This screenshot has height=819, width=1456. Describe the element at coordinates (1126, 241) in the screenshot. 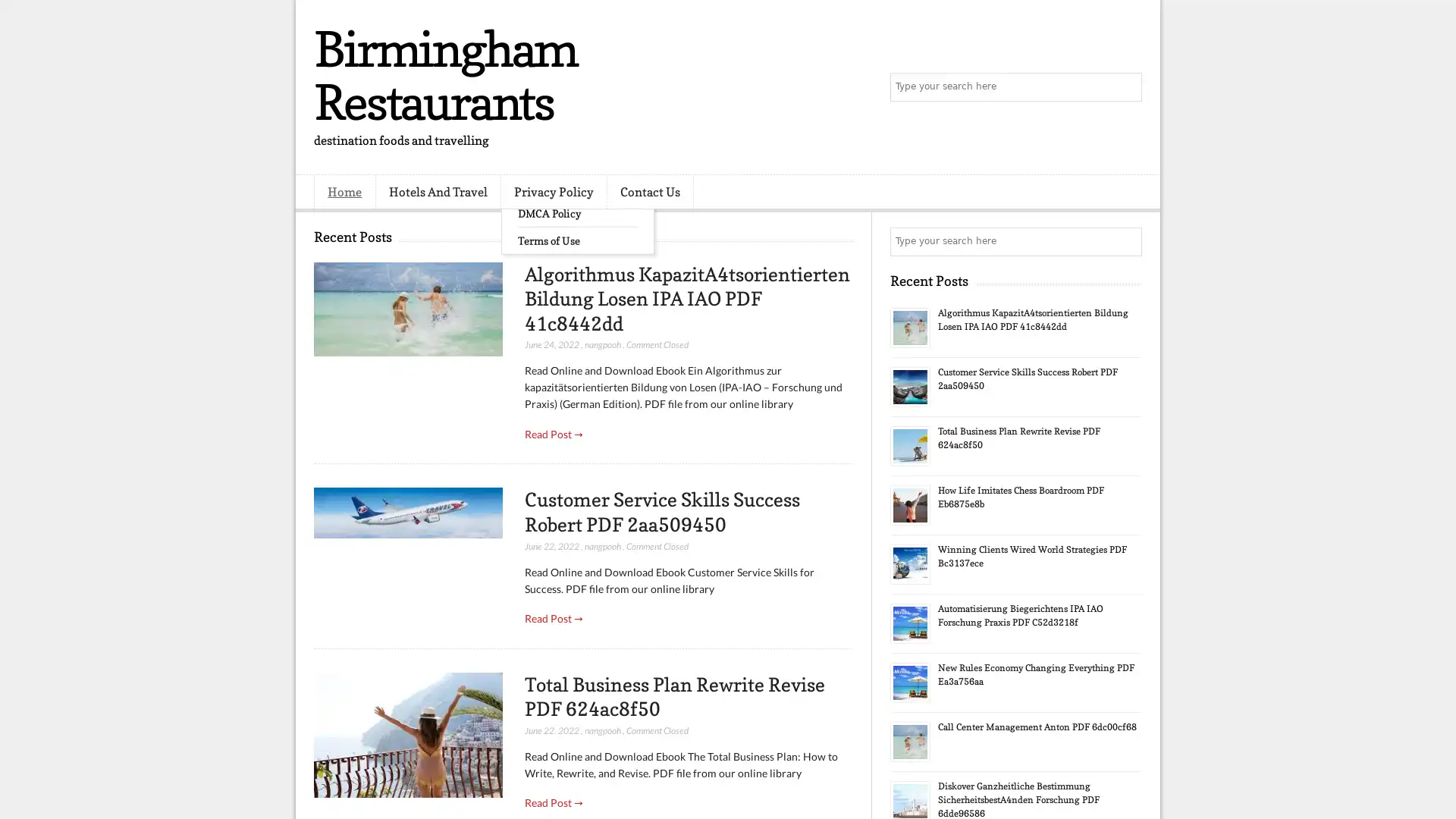

I see `Search` at that location.